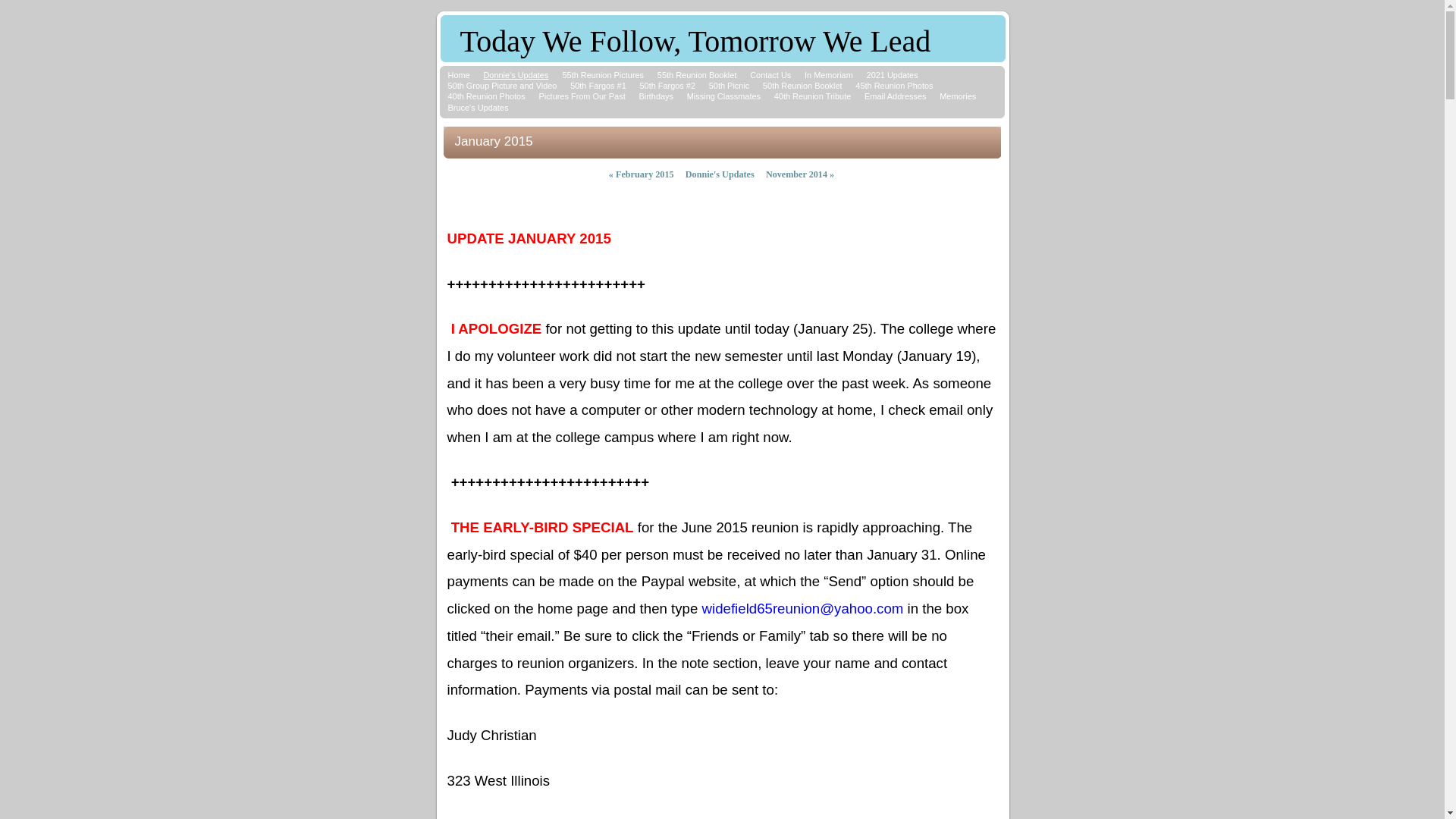 The image size is (1456, 819). Describe the element at coordinates (956, 96) in the screenshot. I see `'Memories'` at that location.